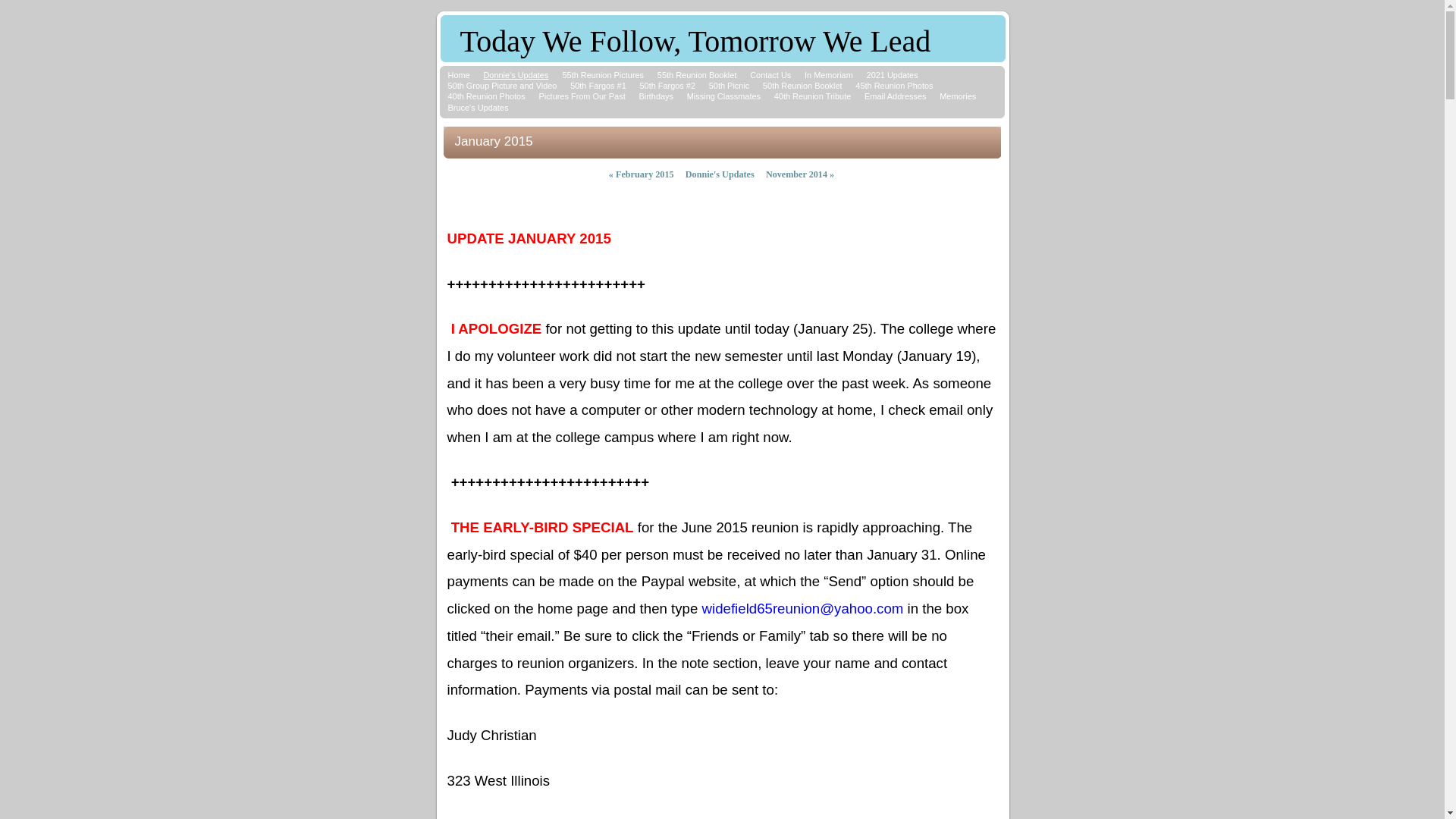 The image size is (1456, 819). Describe the element at coordinates (956, 96) in the screenshot. I see `'Memories'` at that location.